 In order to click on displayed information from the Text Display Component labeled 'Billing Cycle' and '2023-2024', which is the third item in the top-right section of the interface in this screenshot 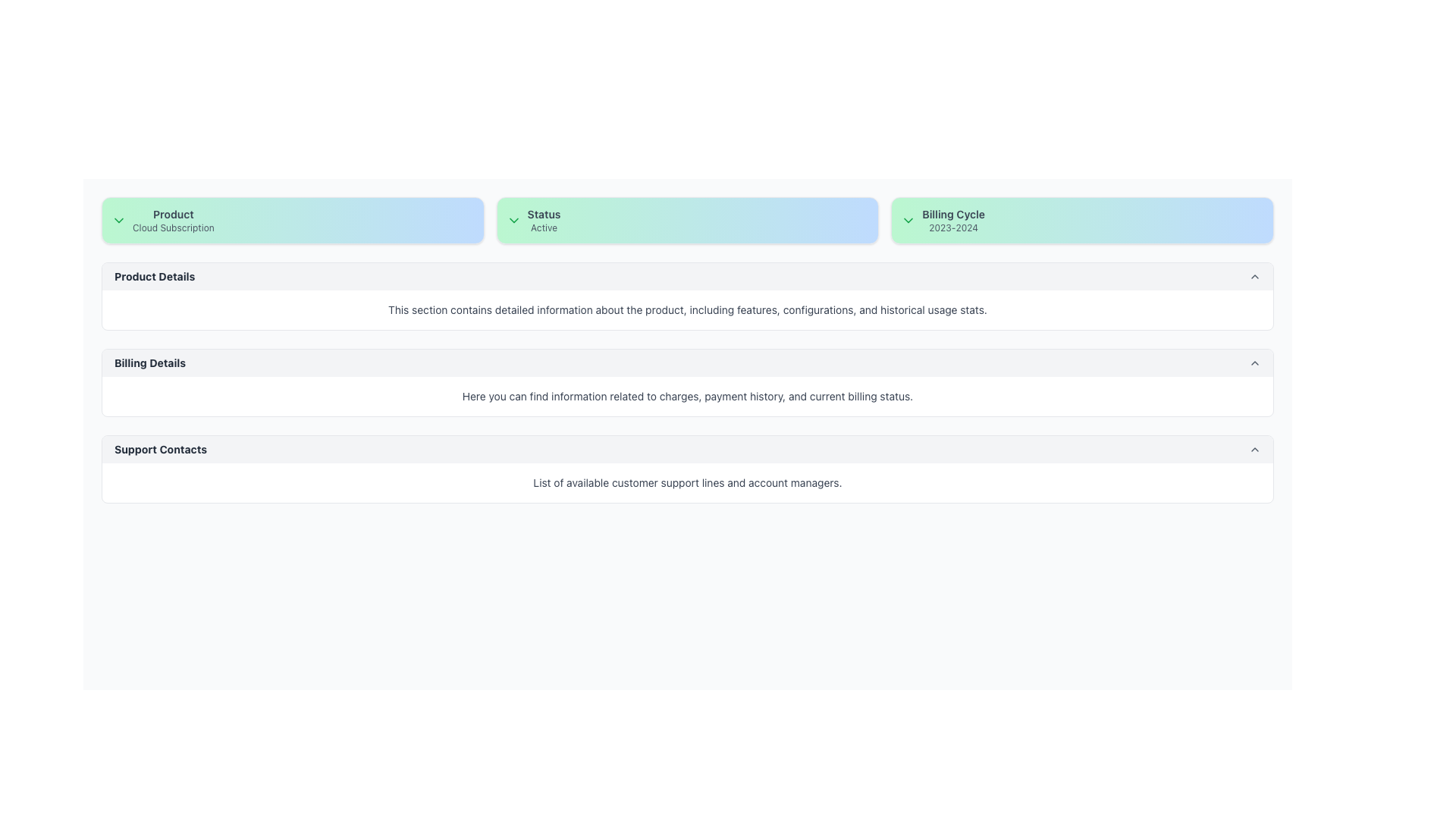, I will do `click(952, 220)`.